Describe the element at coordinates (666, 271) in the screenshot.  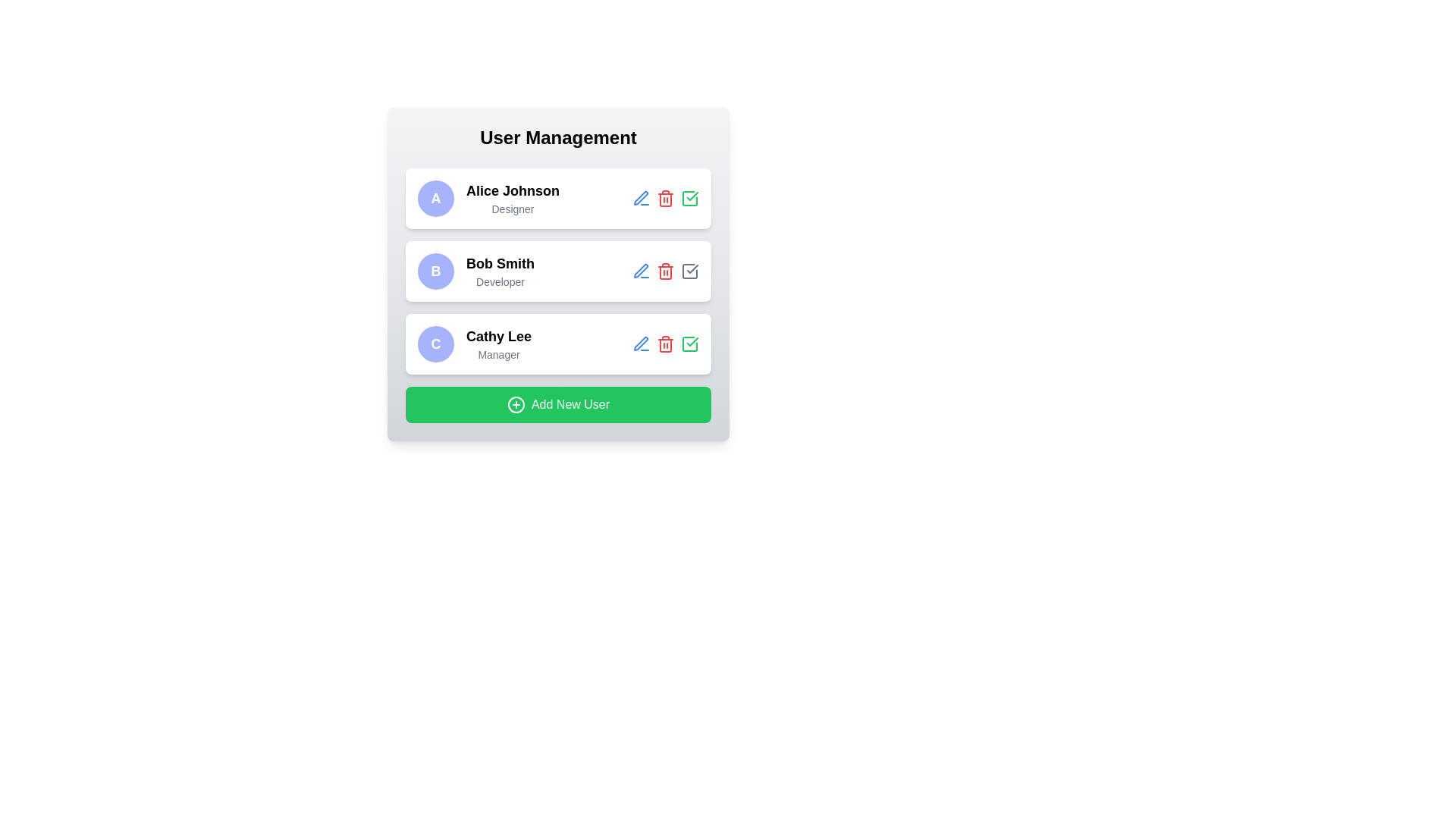
I see `the red trash bin icon associated with the delete action in the second entry row for 'Bob Smith - Developer'` at that location.